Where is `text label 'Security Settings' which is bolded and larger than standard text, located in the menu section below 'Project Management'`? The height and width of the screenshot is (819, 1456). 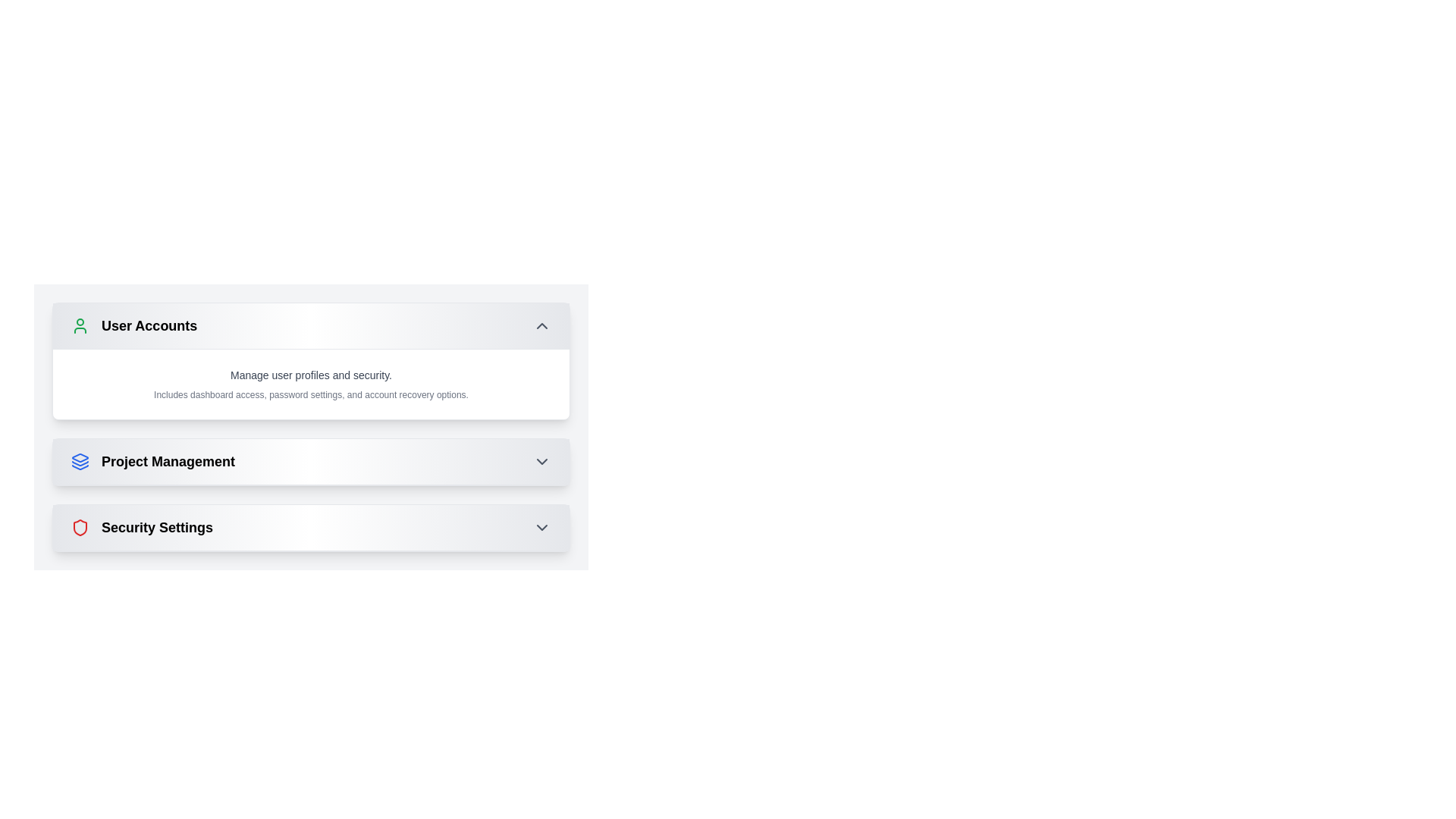
text label 'Security Settings' which is bolded and larger than standard text, located in the menu section below 'Project Management' is located at coordinates (157, 526).